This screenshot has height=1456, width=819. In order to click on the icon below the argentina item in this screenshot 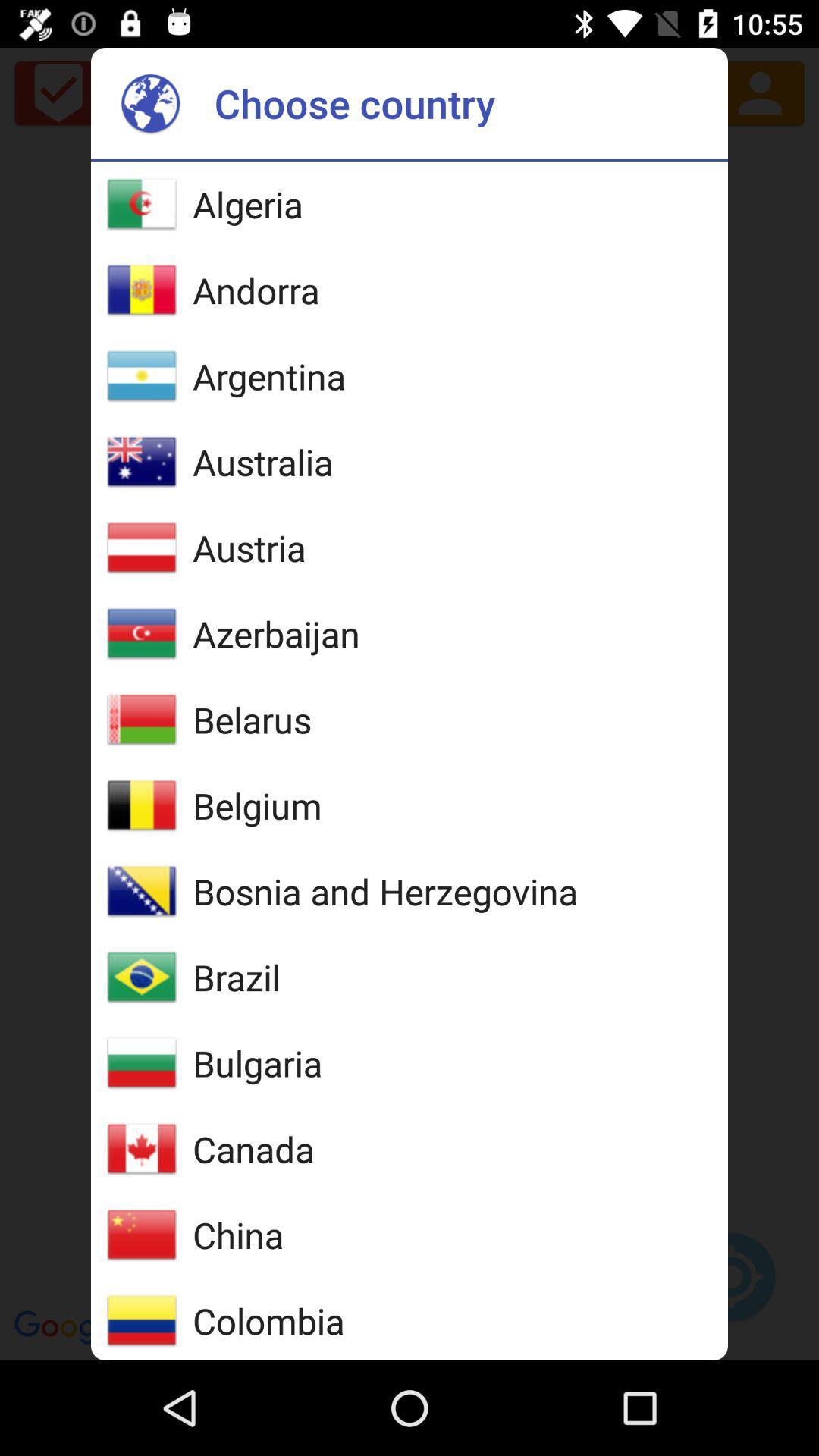, I will do `click(262, 461)`.